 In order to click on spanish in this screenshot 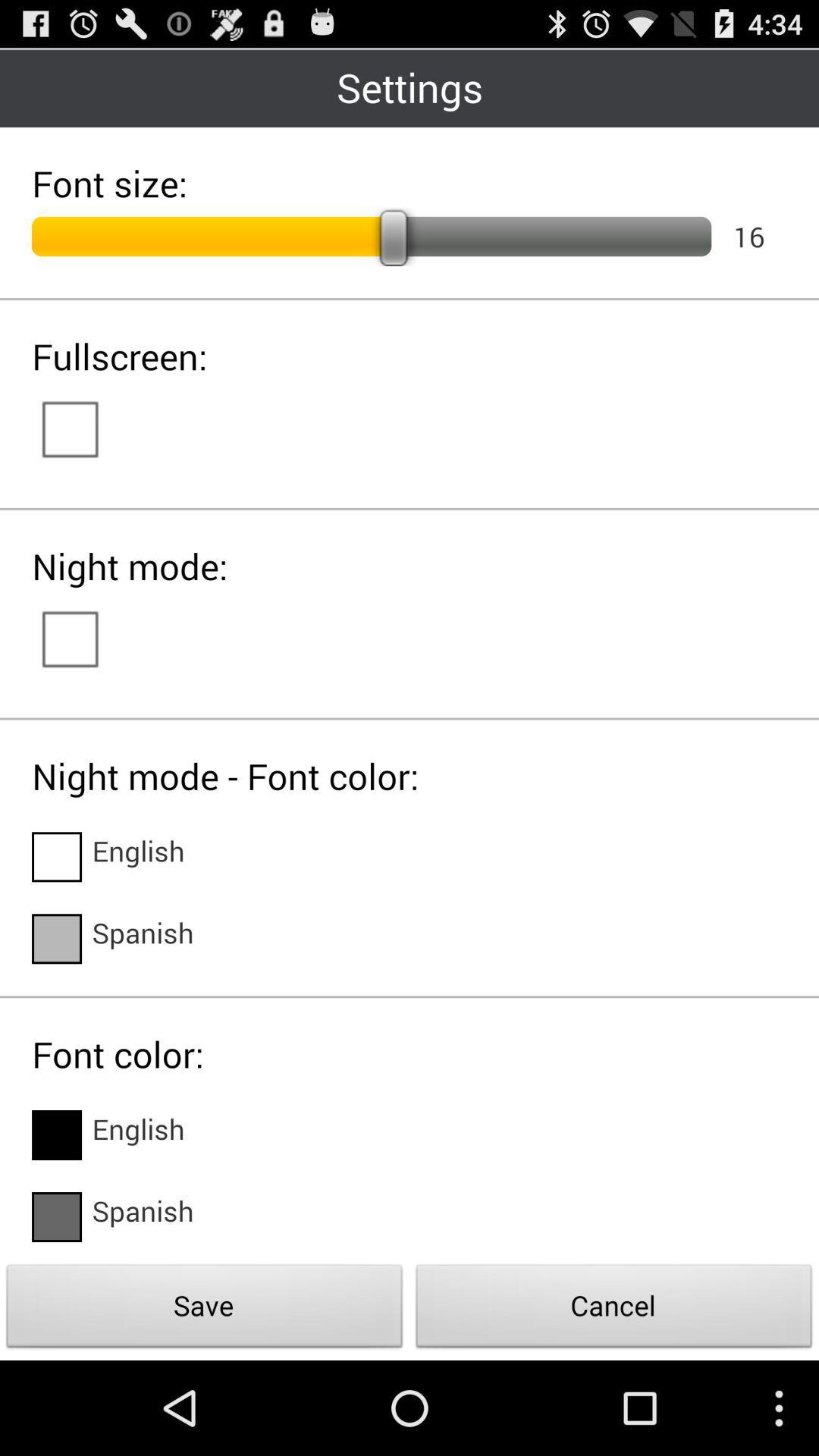, I will do `click(143, 1216)`.